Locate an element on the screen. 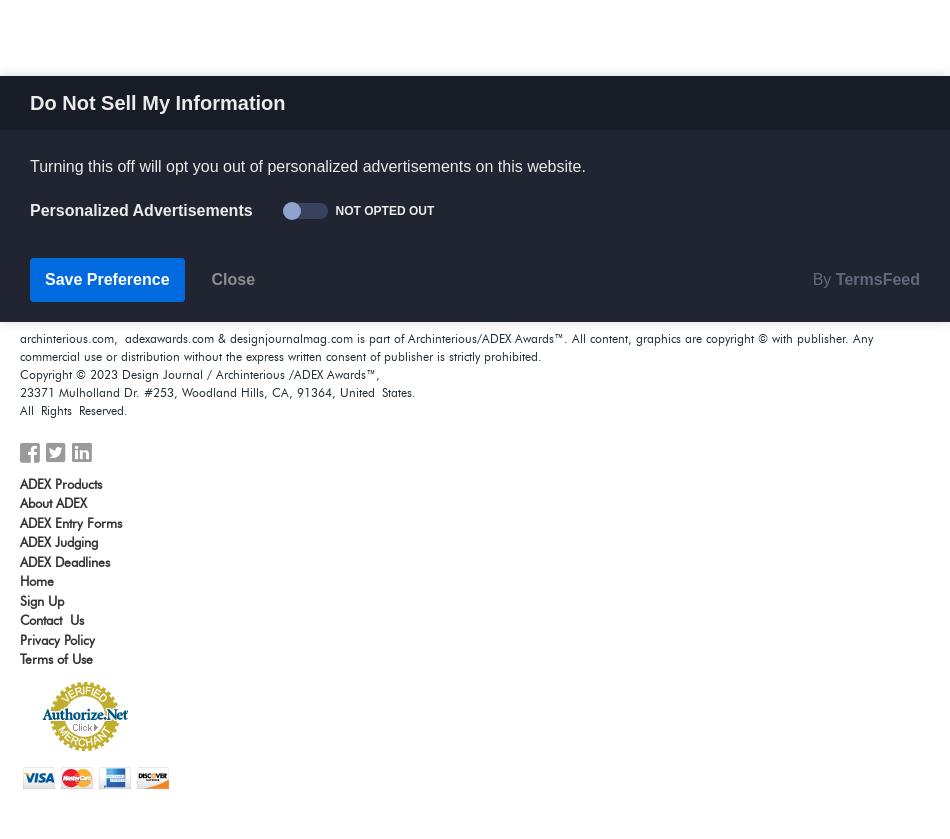 This screenshot has width=950, height=839. 'Home' is located at coordinates (36, 580).